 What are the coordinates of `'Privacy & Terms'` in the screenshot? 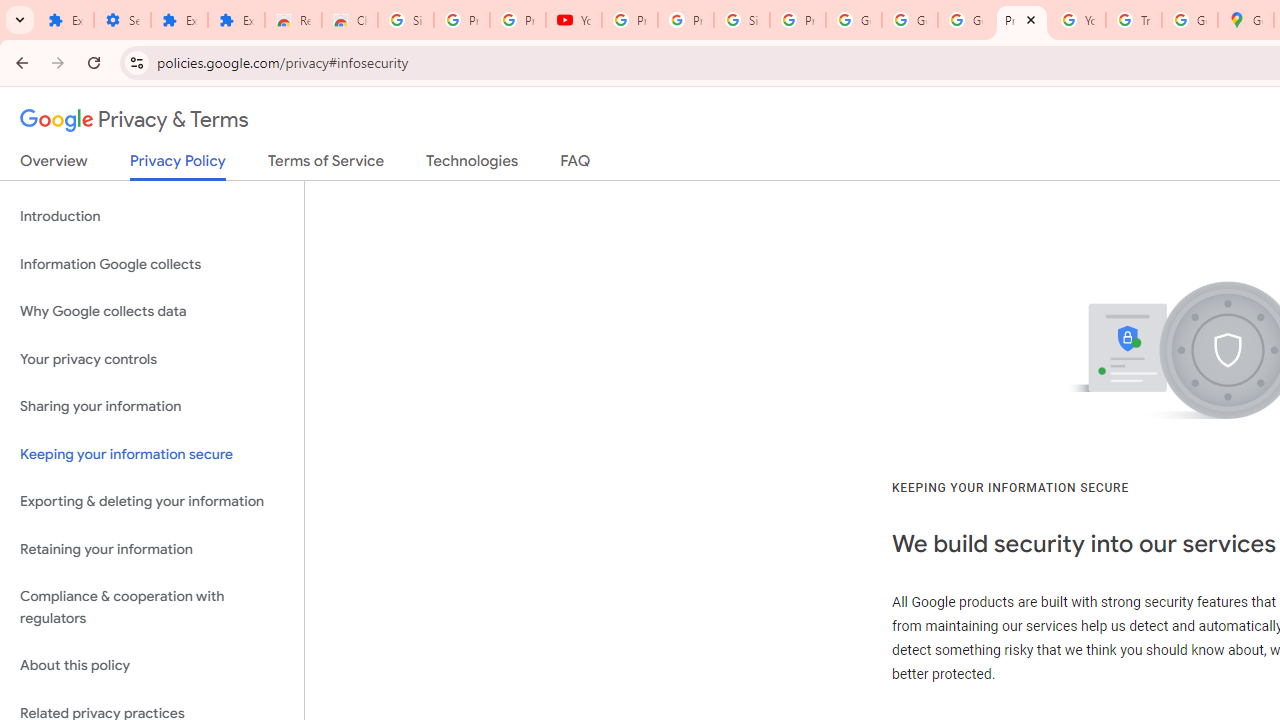 It's located at (134, 120).